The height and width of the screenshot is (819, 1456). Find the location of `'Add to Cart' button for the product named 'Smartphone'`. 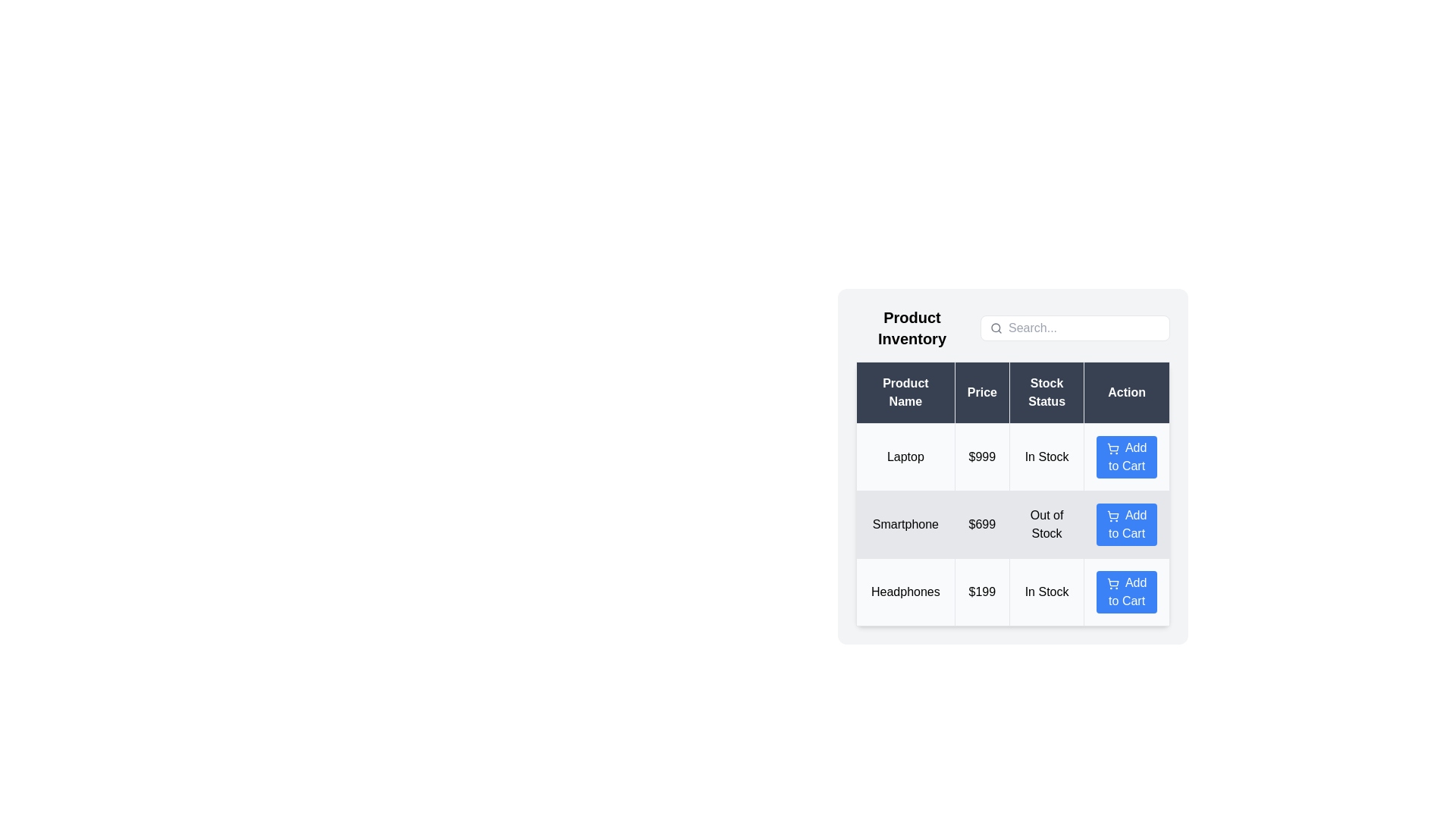

'Add to Cart' button for the product named 'Smartphone' is located at coordinates (1127, 523).